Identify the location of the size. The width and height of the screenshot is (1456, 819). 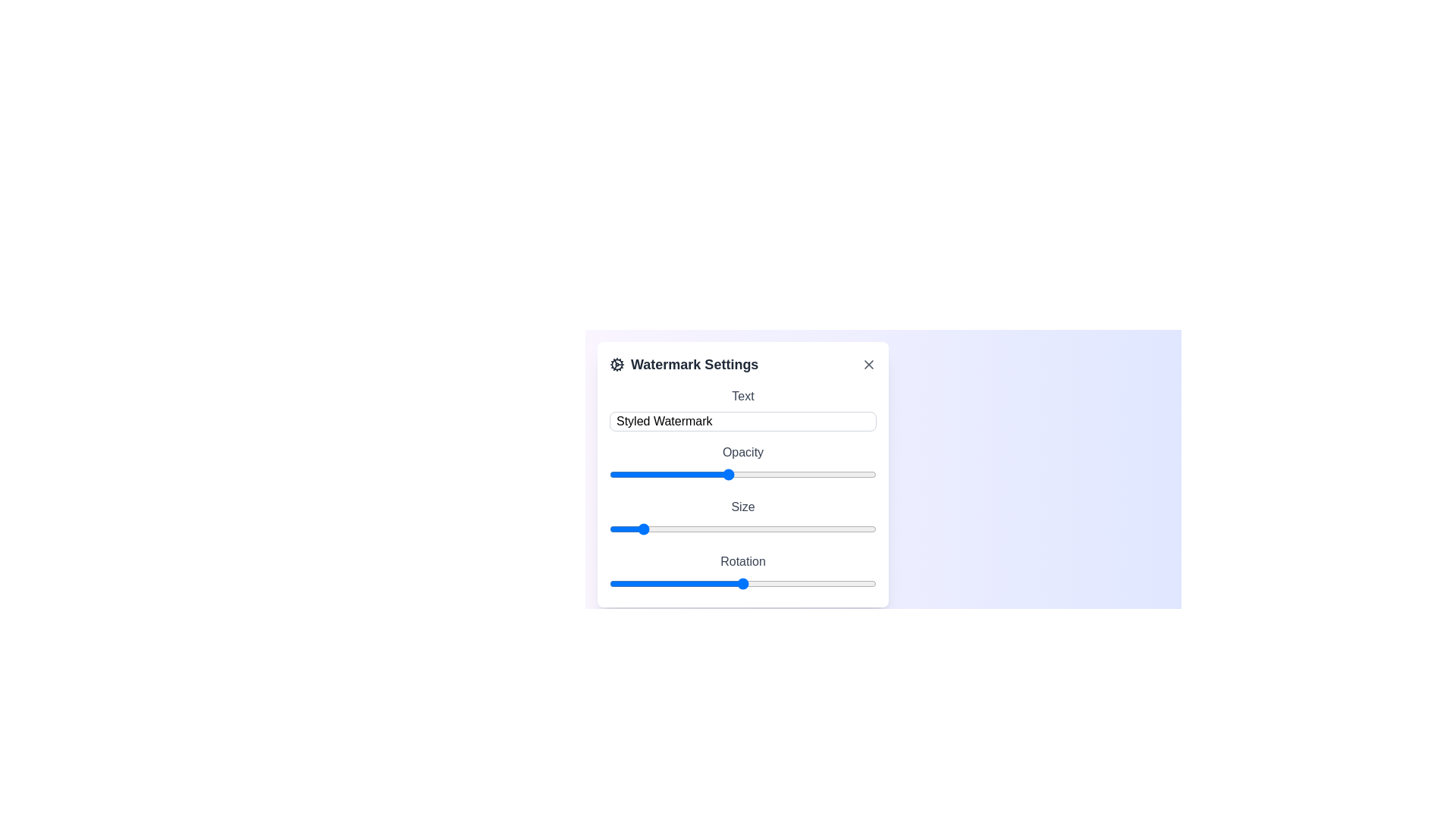
(758, 529).